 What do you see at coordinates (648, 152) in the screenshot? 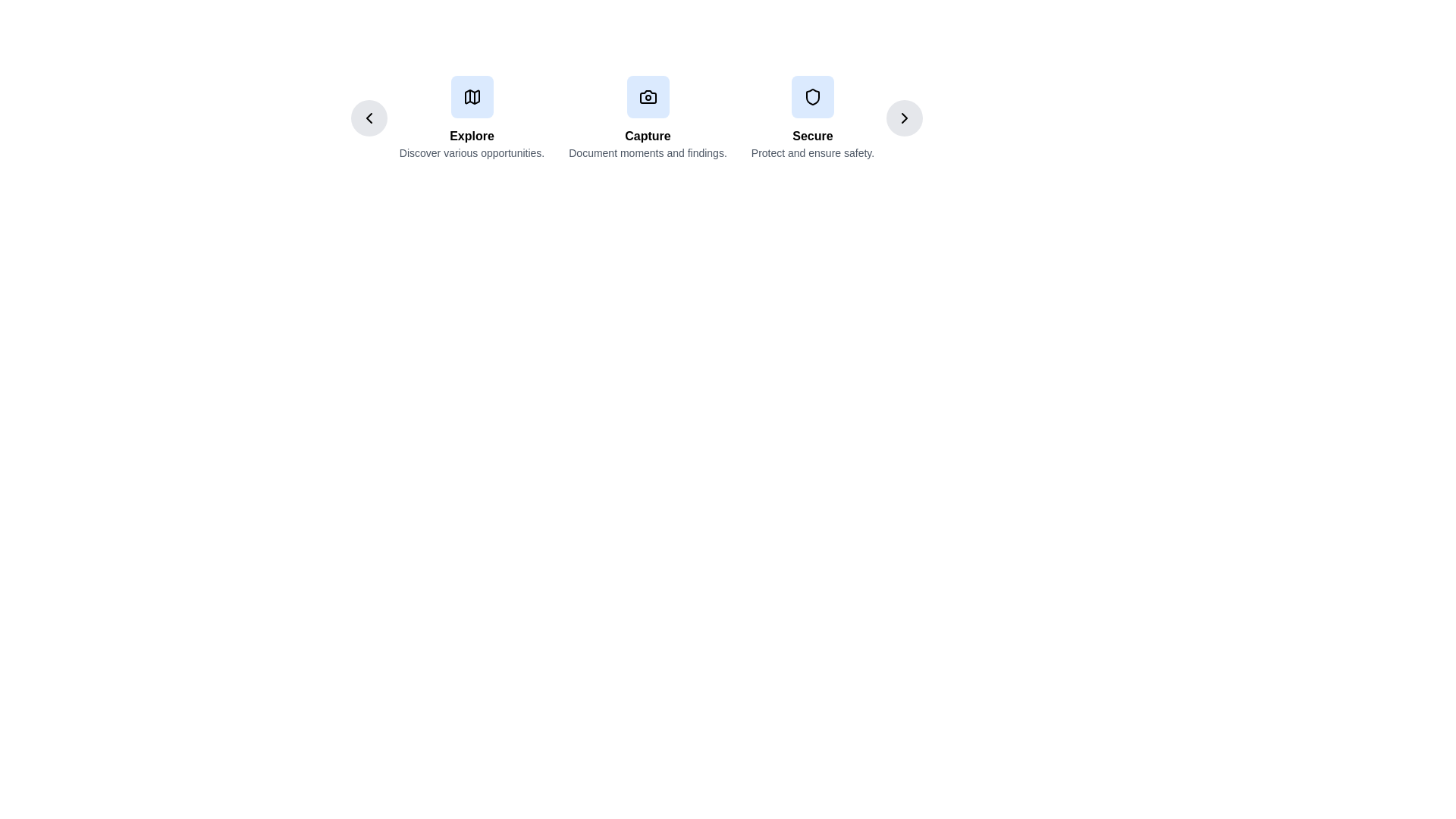
I see `descriptive text located at the bottom of the 'Capture' section, which provides guidance about the functionality represented by the 'Capture' title and camera icon` at bounding box center [648, 152].